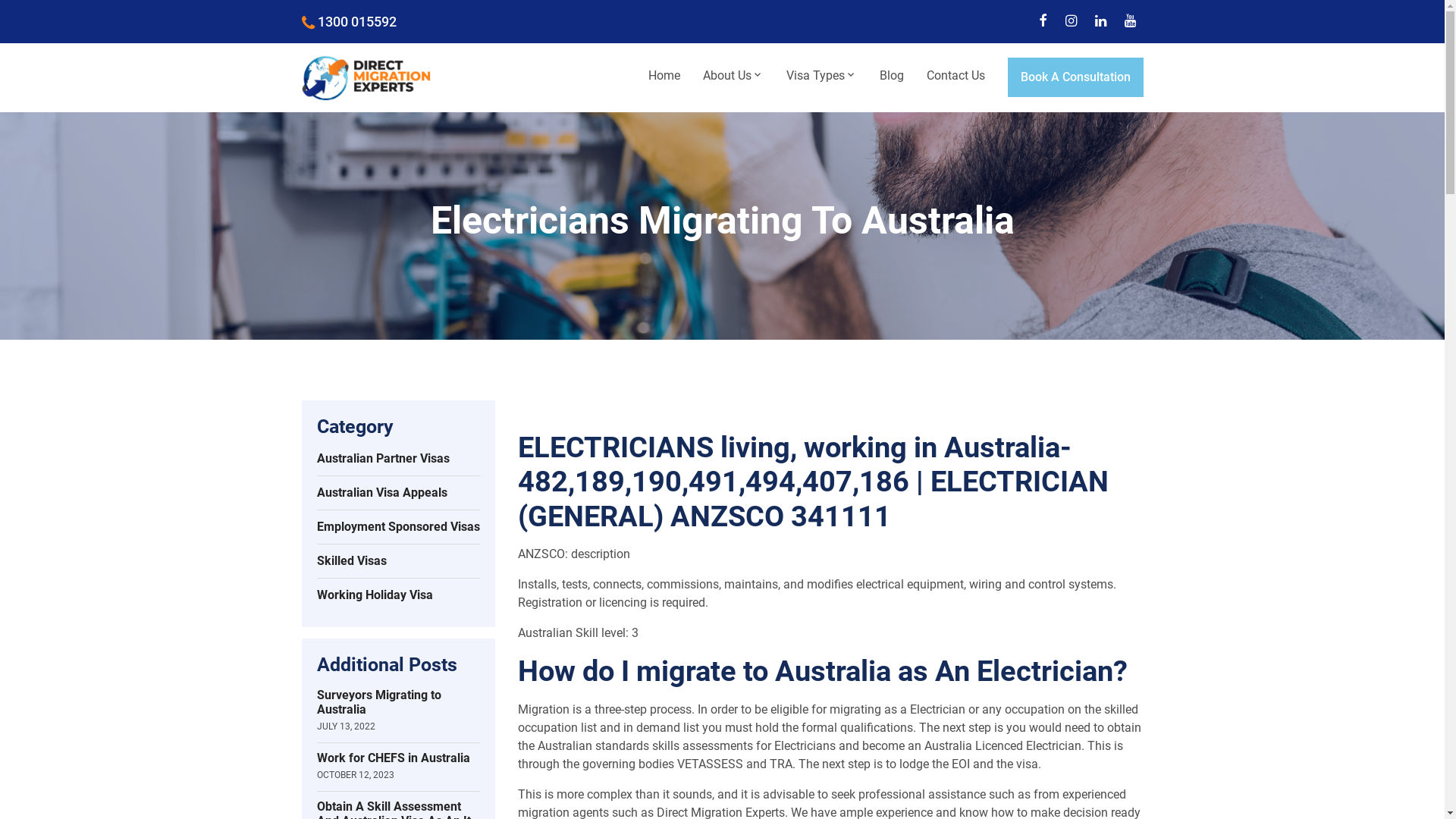 The image size is (1456, 819). Describe the element at coordinates (398, 458) in the screenshot. I see `'Australian Partner Visas'` at that location.